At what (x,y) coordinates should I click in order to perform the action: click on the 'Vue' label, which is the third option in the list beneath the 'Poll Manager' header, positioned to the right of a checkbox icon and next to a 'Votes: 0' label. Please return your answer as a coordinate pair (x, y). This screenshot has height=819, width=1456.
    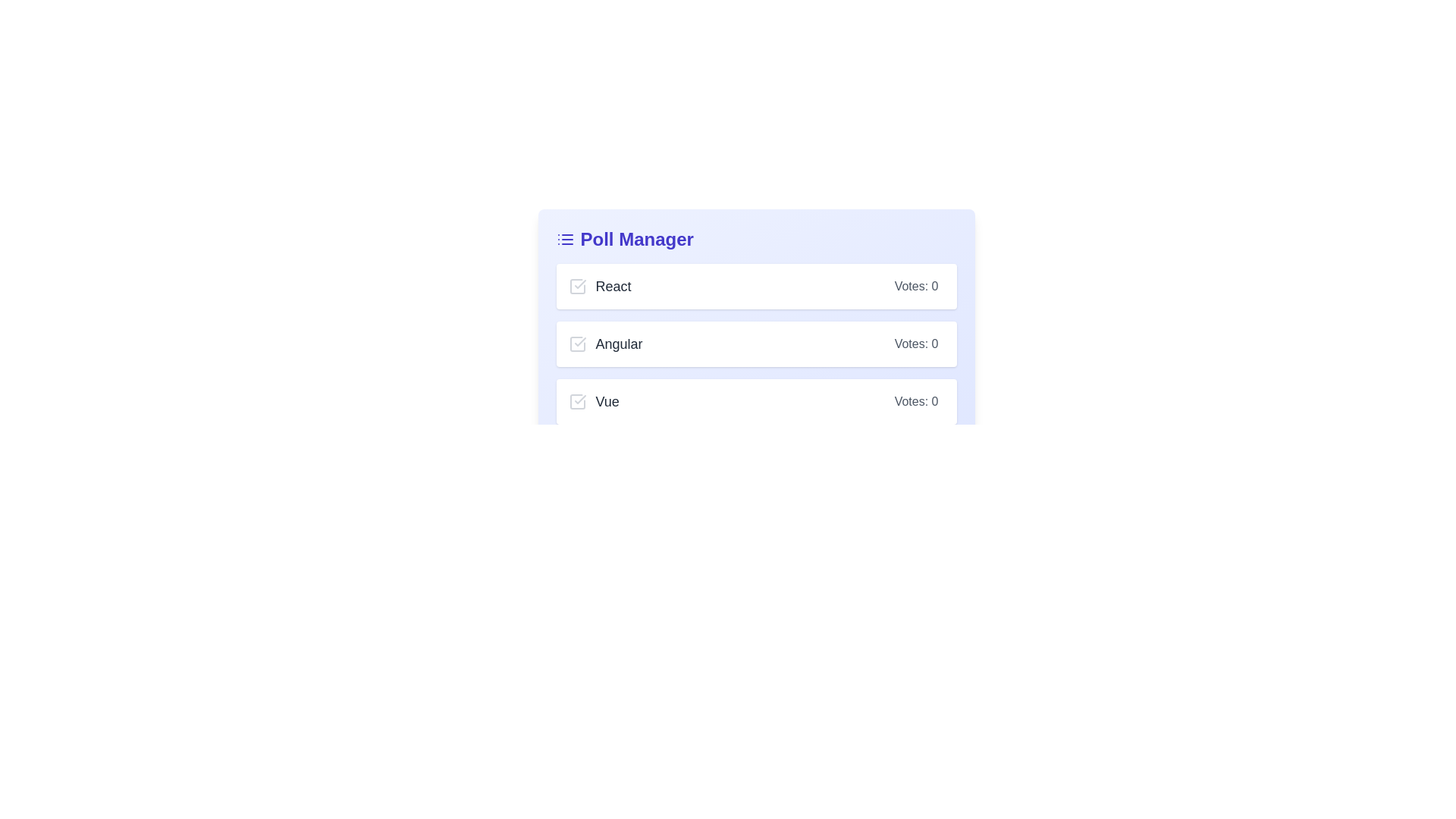
    Looking at the image, I should click on (593, 400).